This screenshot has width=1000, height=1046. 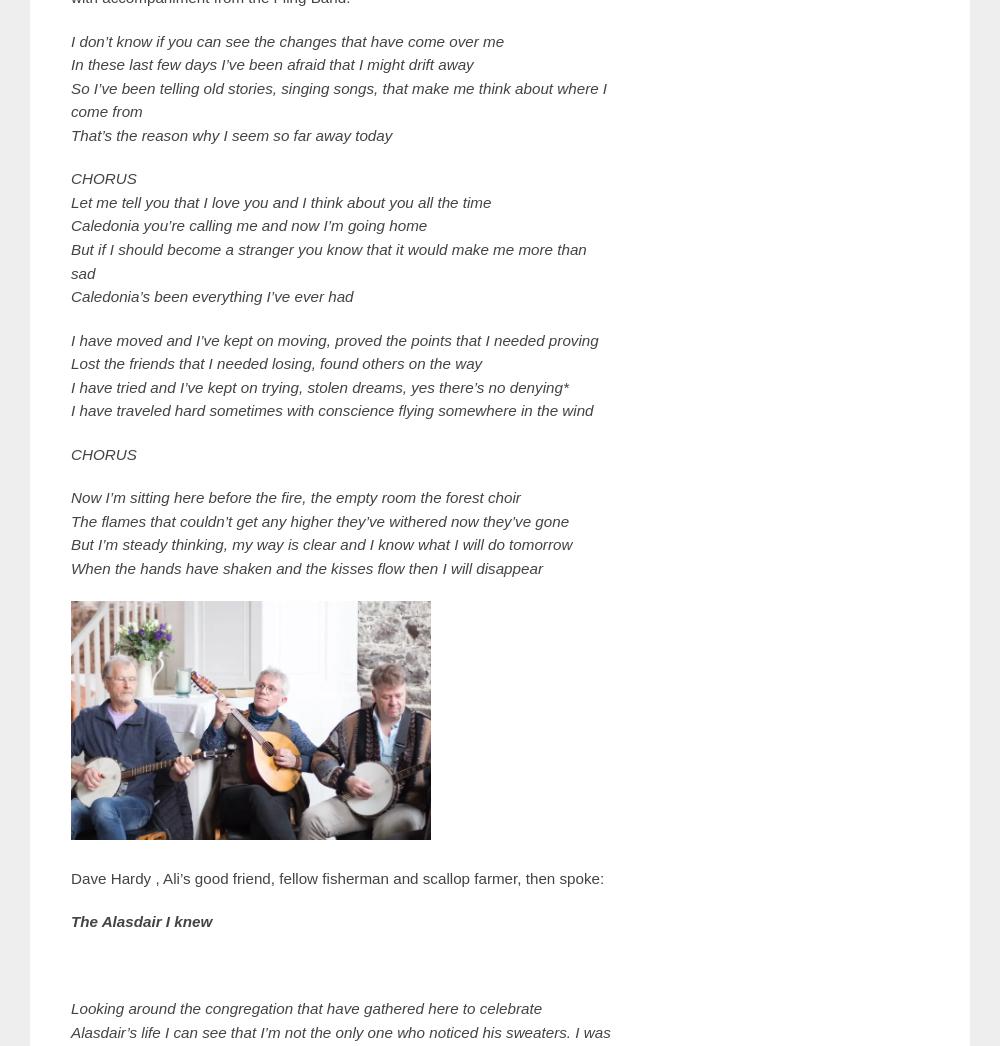 I want to click on 'I don’t know if you can see the changes that have come over me', so click(x=70, y=39).